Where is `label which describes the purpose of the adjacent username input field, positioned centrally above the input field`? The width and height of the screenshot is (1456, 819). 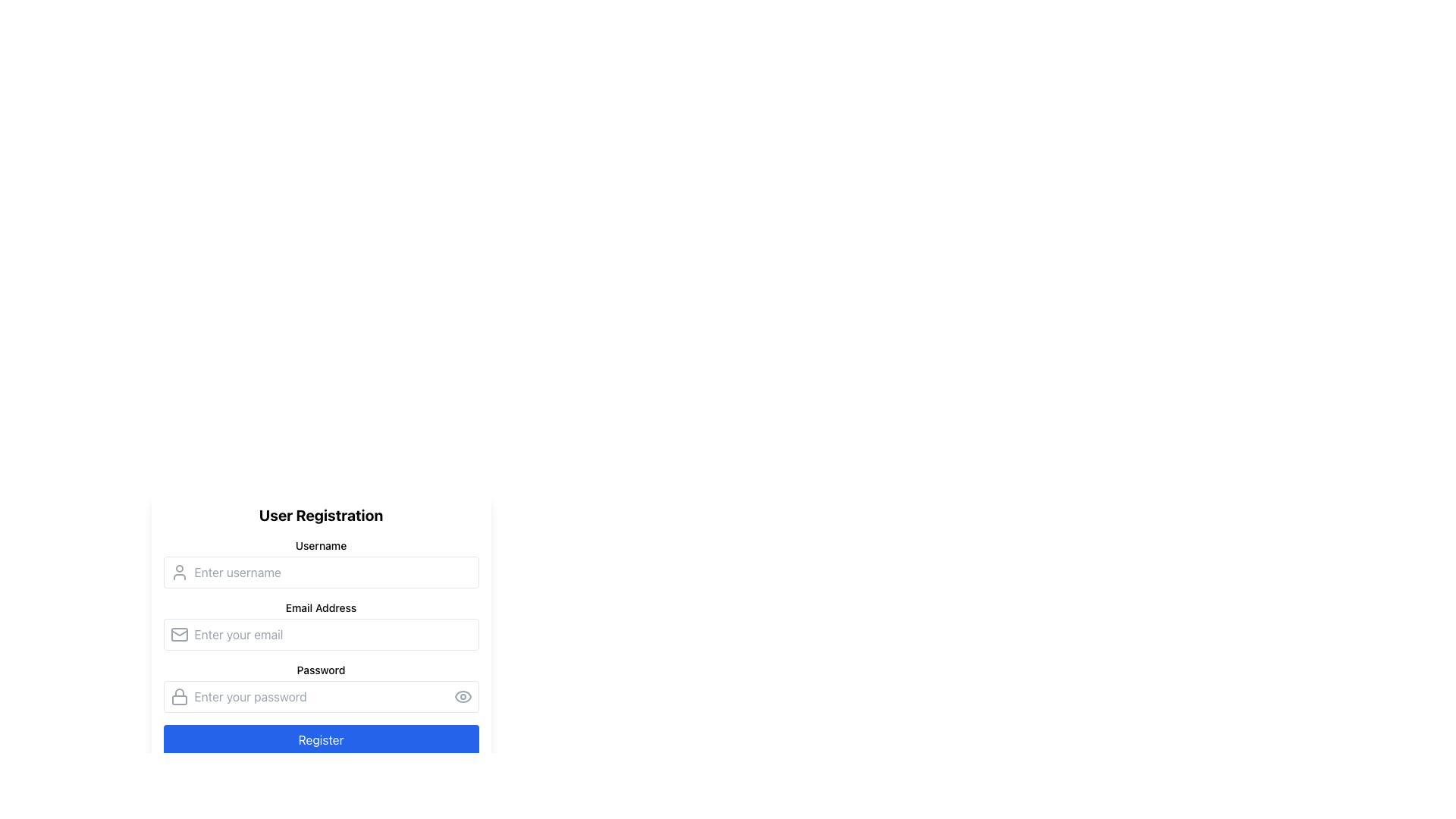 label which describes the purpose of the adjacent username input field, positioned centrally above the input field is located at coordinates (320, 546).